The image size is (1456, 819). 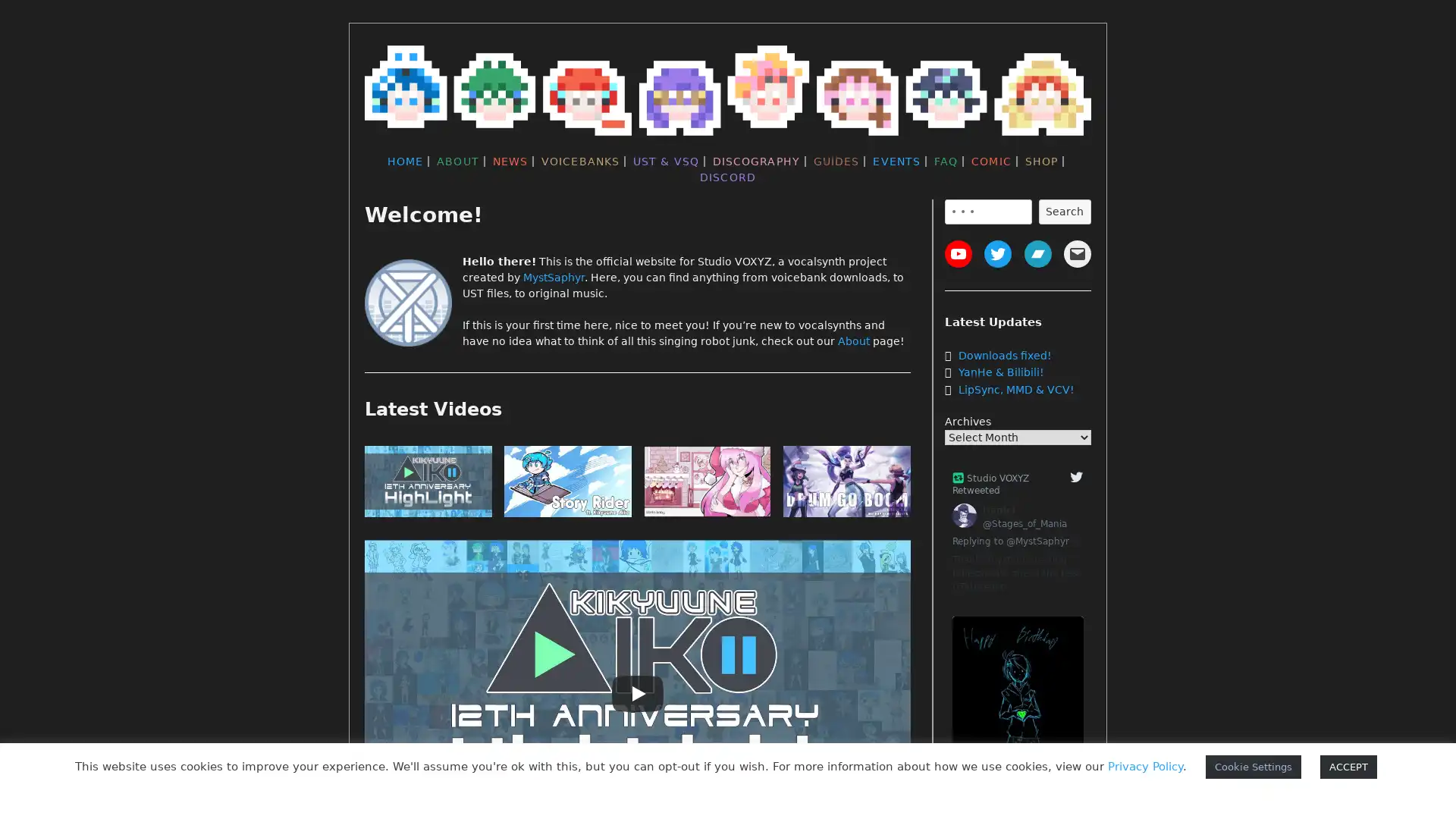 I want to click on Search, so click(x=1063, y=211).